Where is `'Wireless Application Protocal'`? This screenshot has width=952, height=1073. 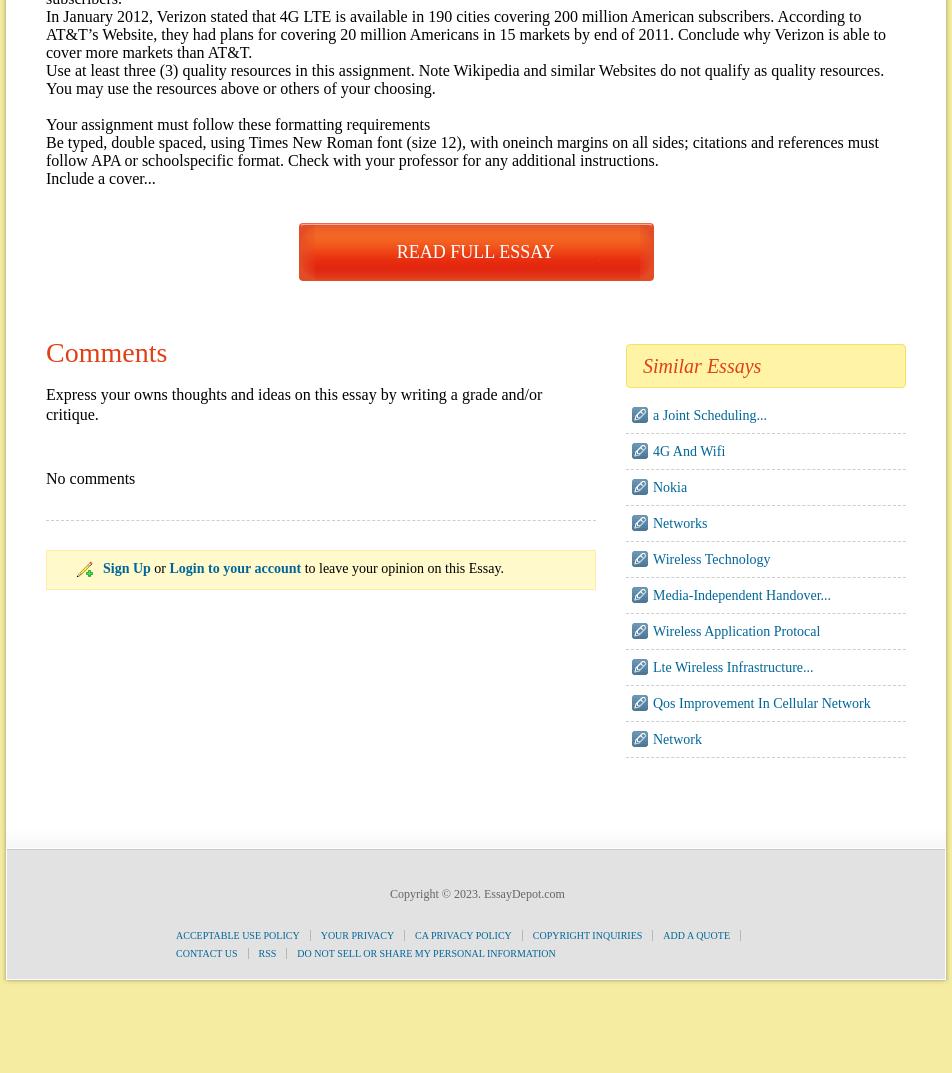
'Wireless Application Protocal' is located at coordinates (736, 630).